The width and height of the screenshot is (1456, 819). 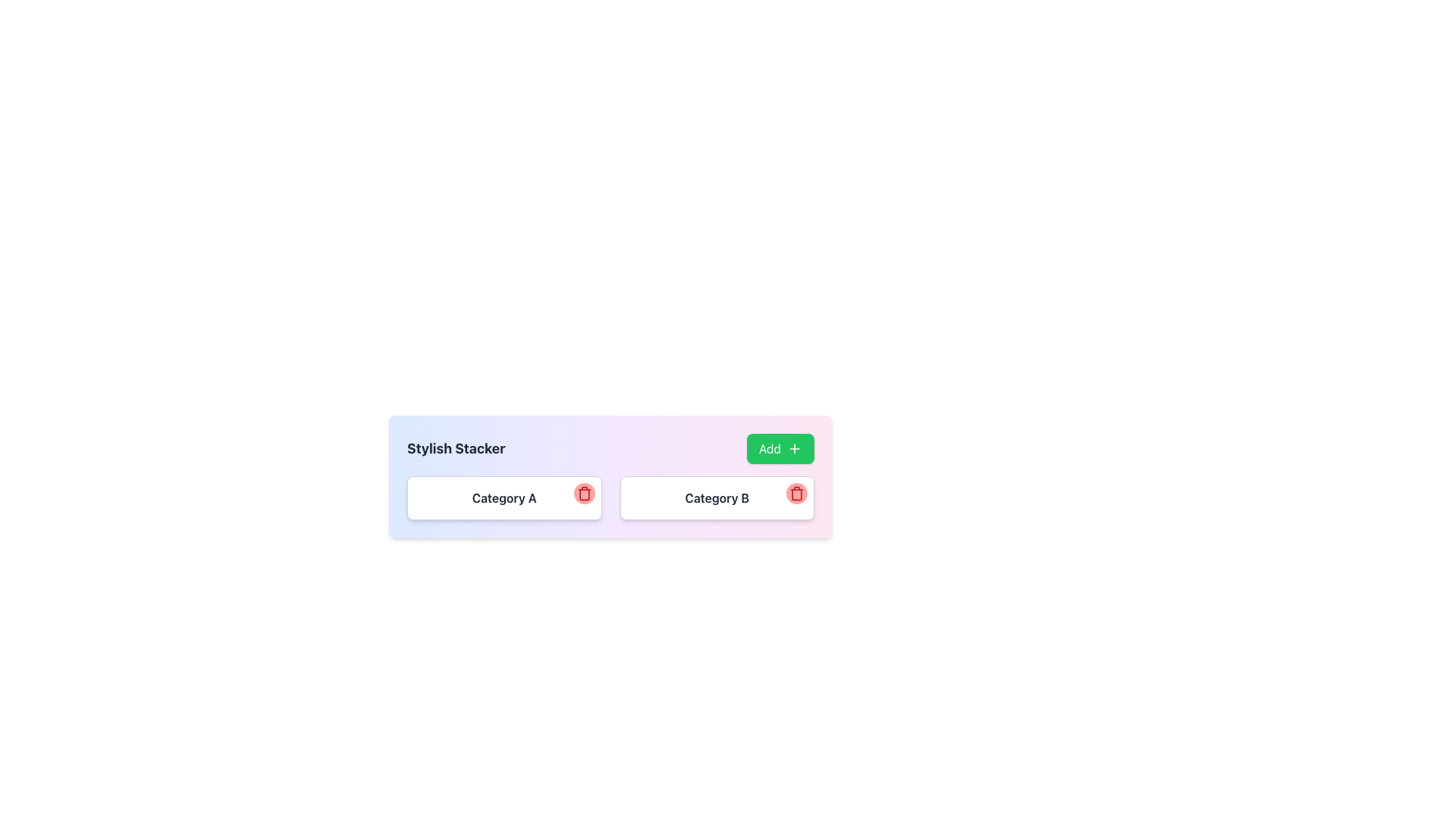 I want to click on the 'Add' button, which has a green background, white text, and a '+' icon, located on the far-right side of the layout row with the 'Stylish Stacker' label, so click(x=780, y=447).